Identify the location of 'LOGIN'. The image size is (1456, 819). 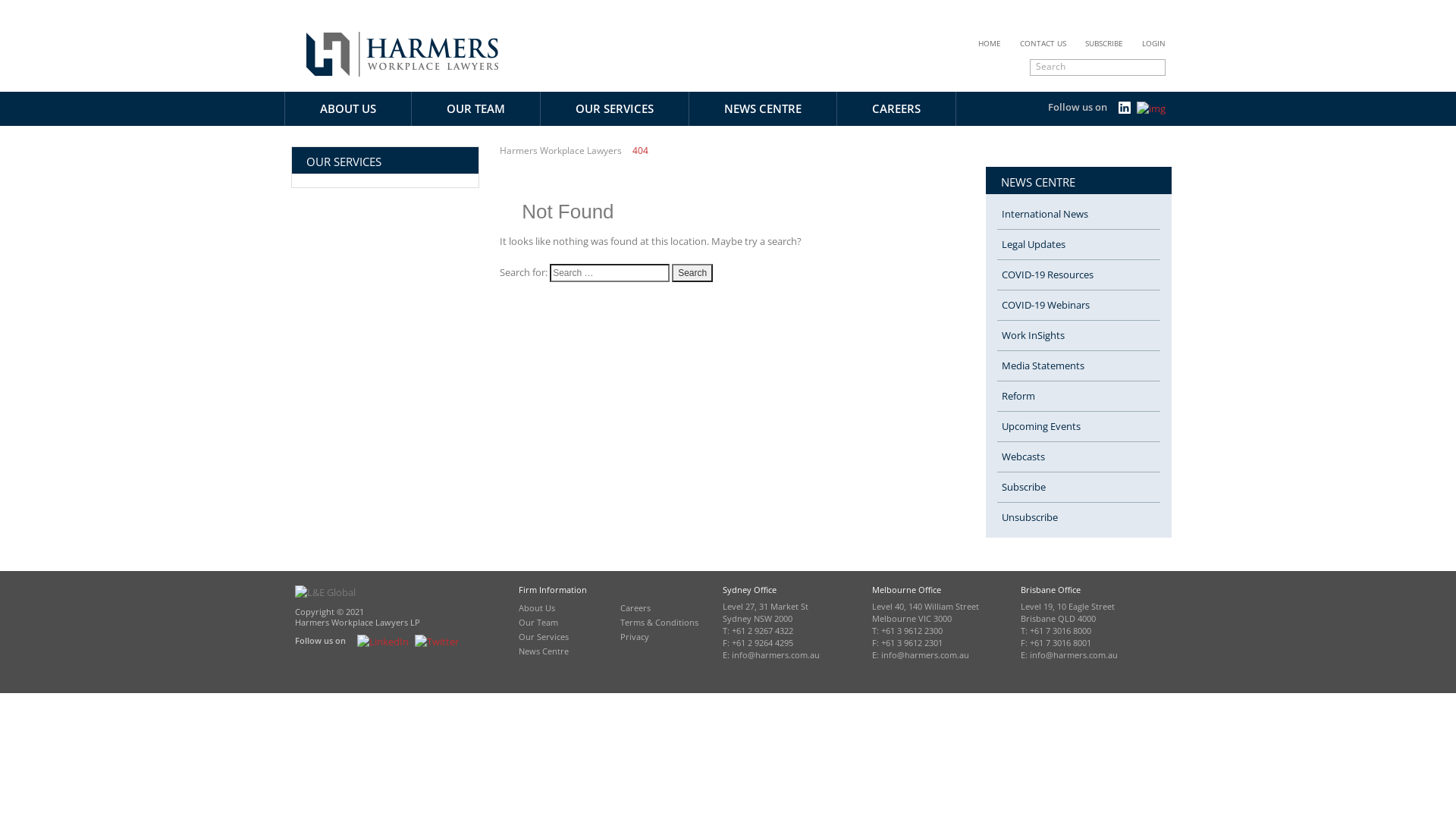
(1153, 42).